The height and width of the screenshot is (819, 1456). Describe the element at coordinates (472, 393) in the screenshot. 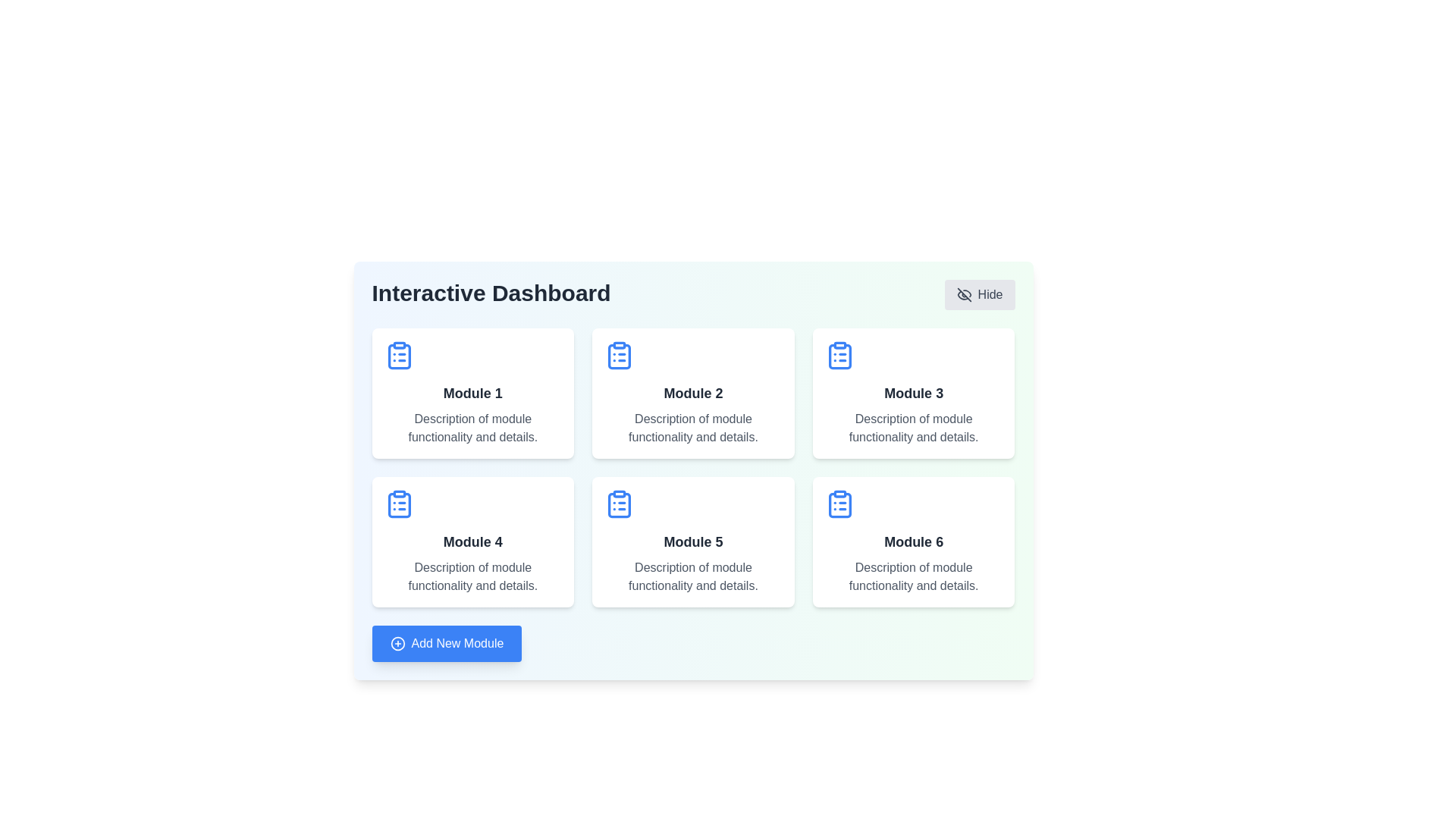

I see `the first card in the module grid, which features a blue clipboard icon and contains the text 'Module 1' and its description` at that location.